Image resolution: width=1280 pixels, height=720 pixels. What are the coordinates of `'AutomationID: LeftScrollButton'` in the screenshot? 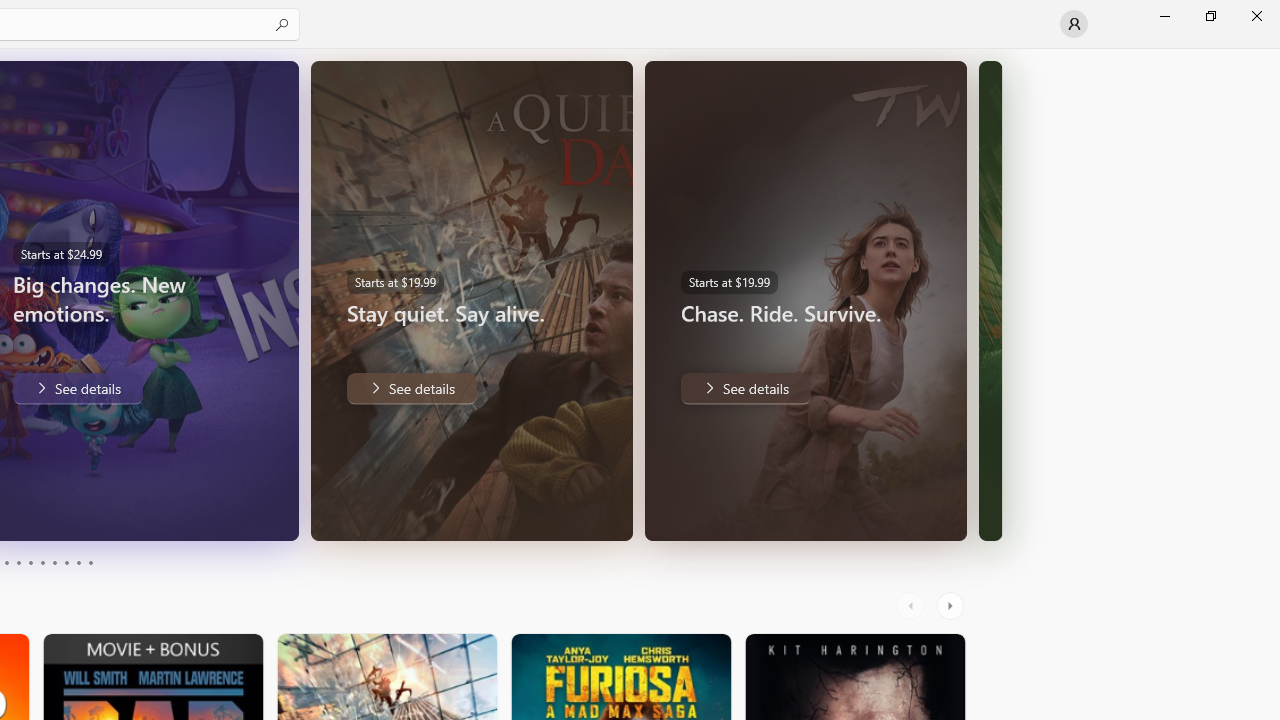 It's located at (912, 605).